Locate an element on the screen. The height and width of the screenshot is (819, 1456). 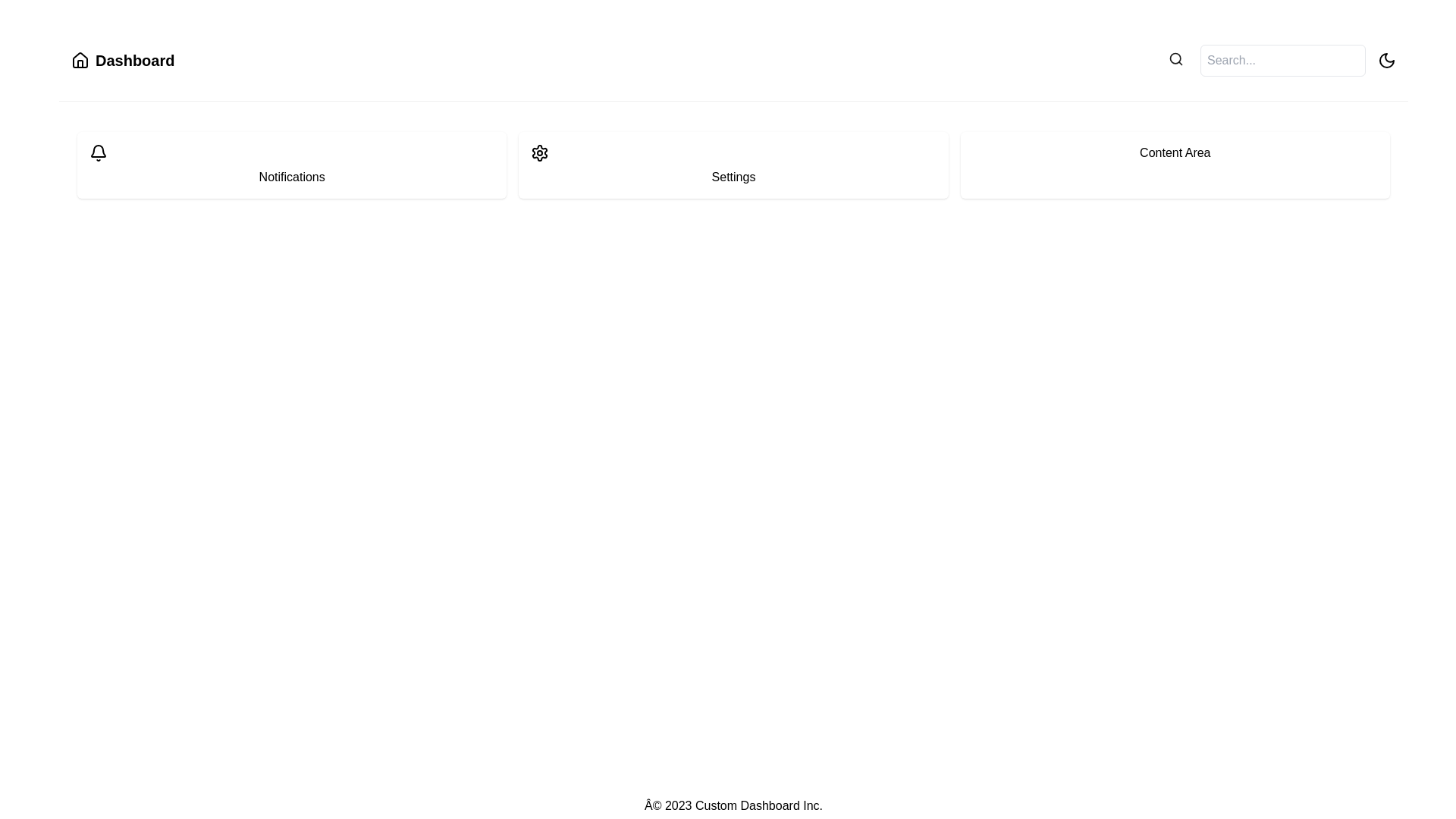
the thin, horizontal Separator (UI Divider) located directly beneath the 'Dashboard' title and navigation bar is located at coordinates (733, 101).